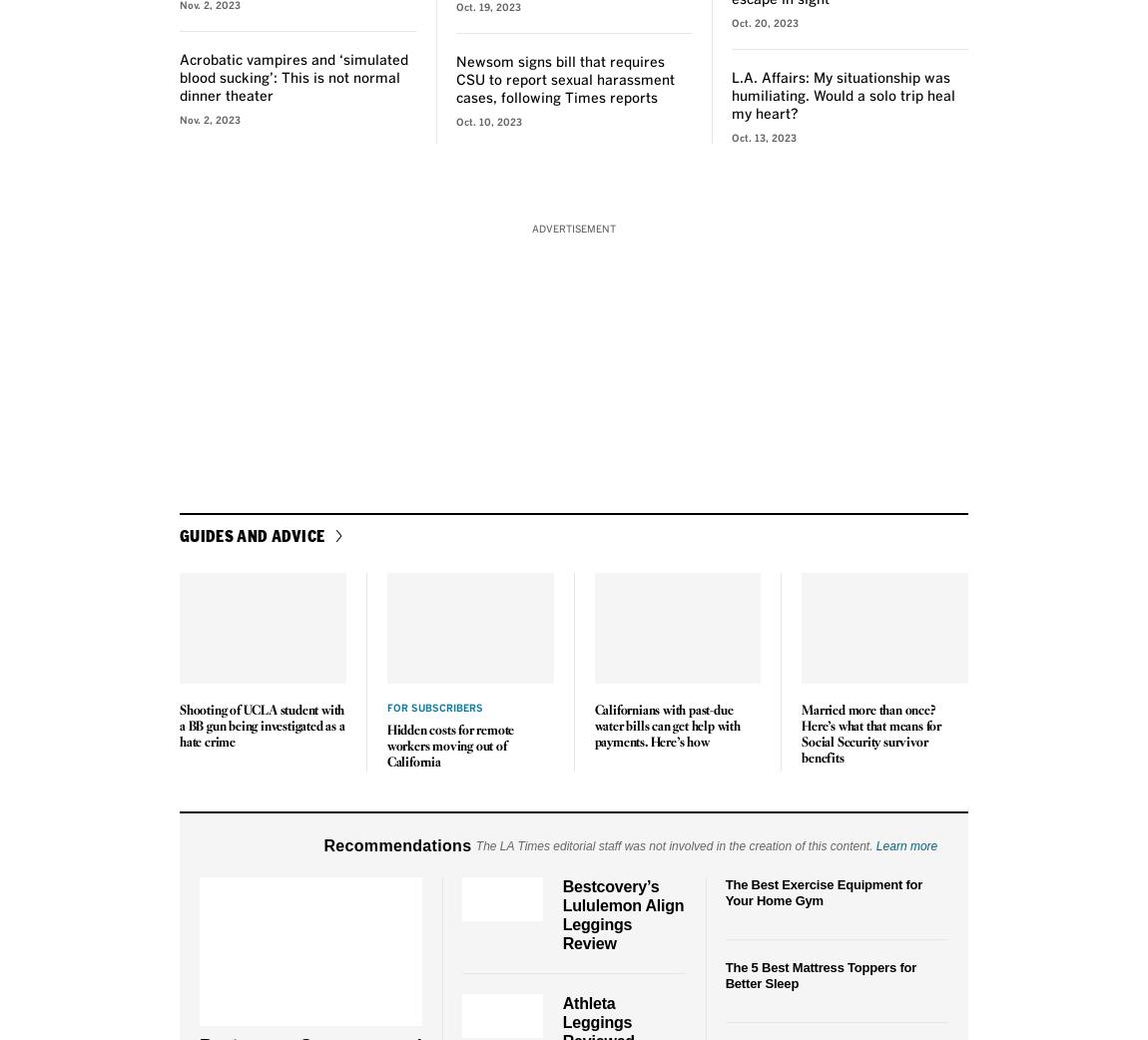 Image resolution: width=1148 pixels, height=1040 pixels. What do you see at coordinates (666, 725) in the screenshot?
I see `'Californians with past-due water bills can get help with payments. Here’s how'` at bounding box center [666, 725].